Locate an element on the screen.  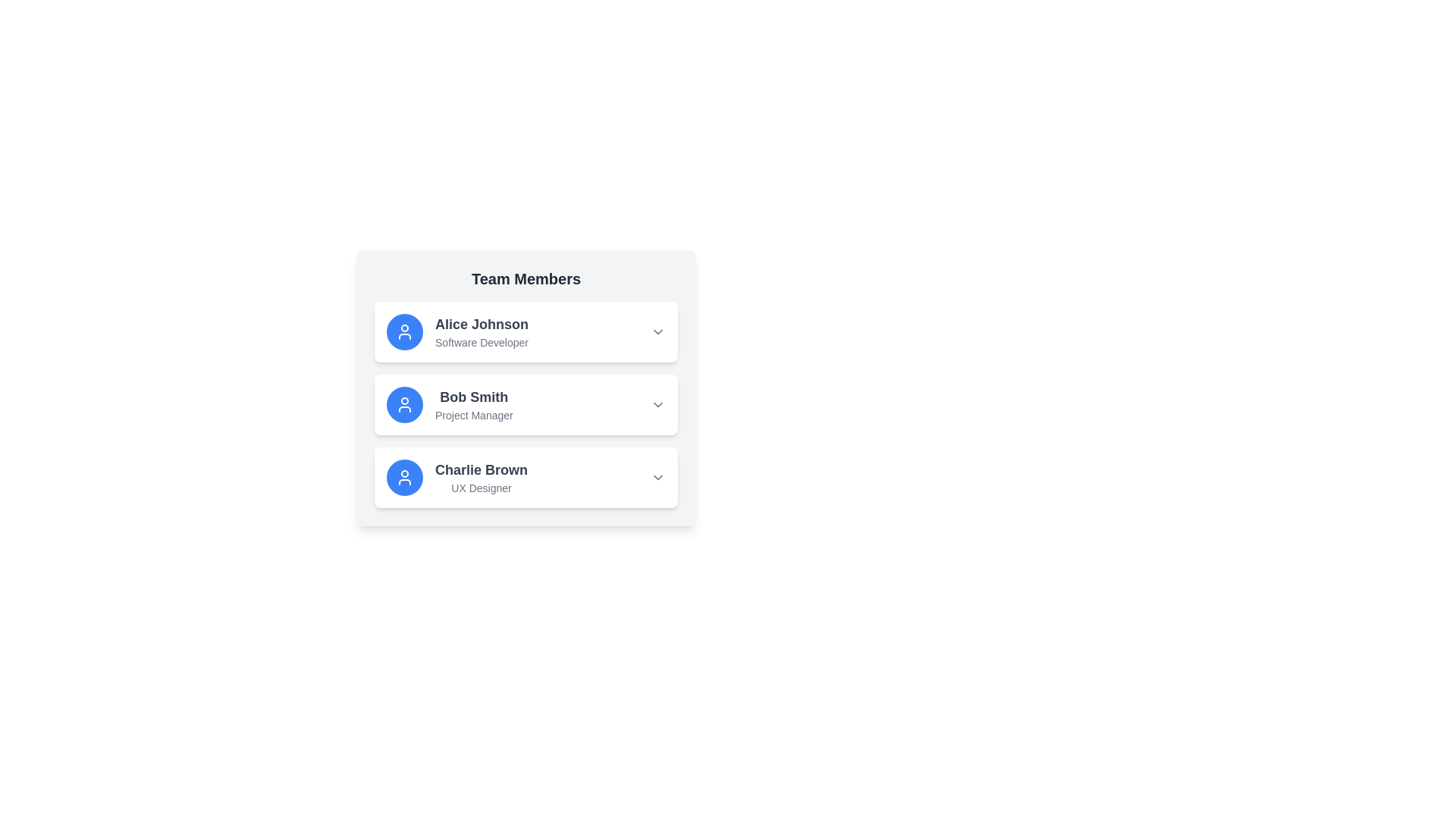
the downward chevron icon at the far right of the 'Bob Smith' card is located at coordinates (658, 403).